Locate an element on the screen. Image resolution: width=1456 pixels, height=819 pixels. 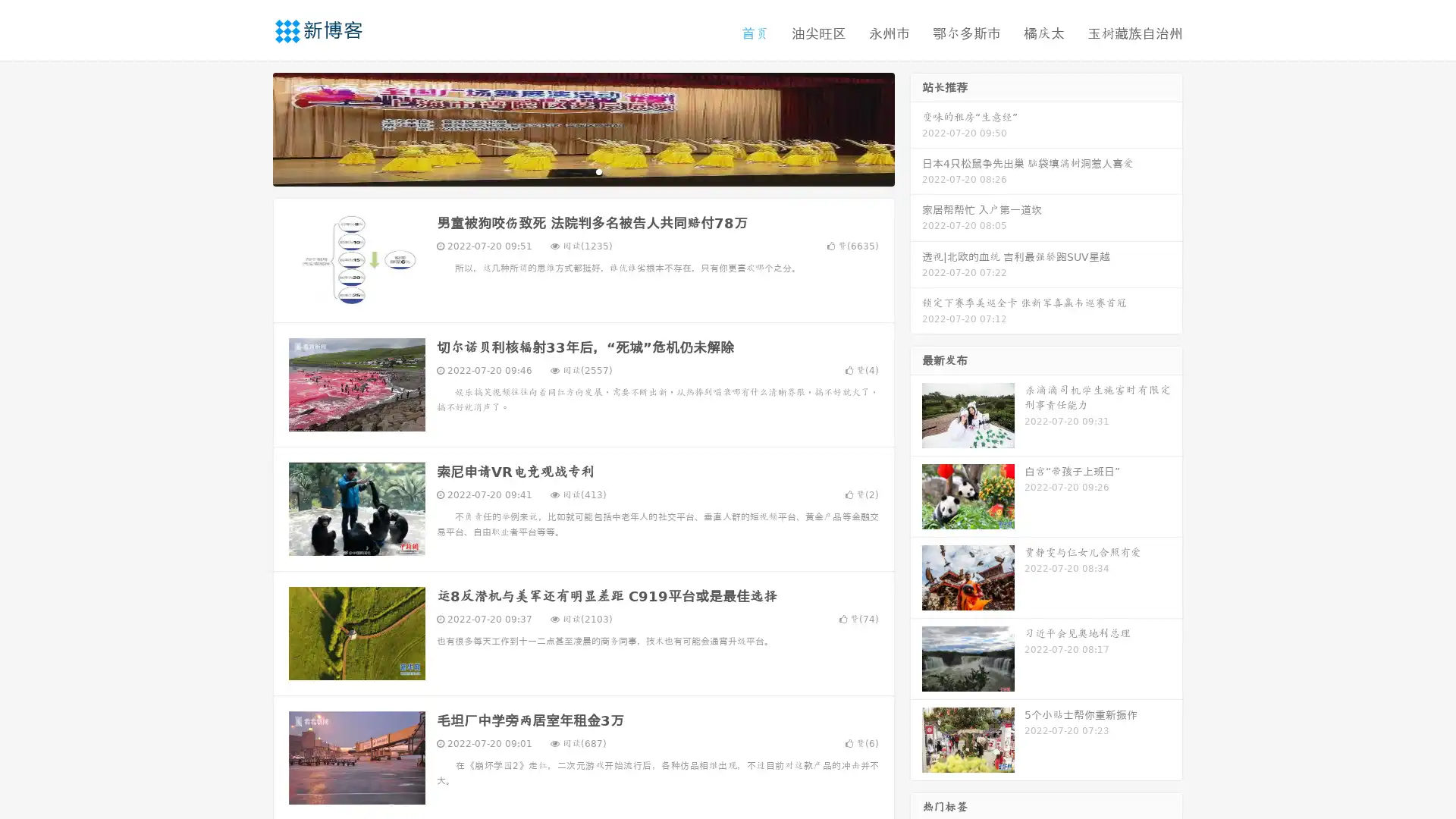
Previous slide is located at coordinates (250, 127).